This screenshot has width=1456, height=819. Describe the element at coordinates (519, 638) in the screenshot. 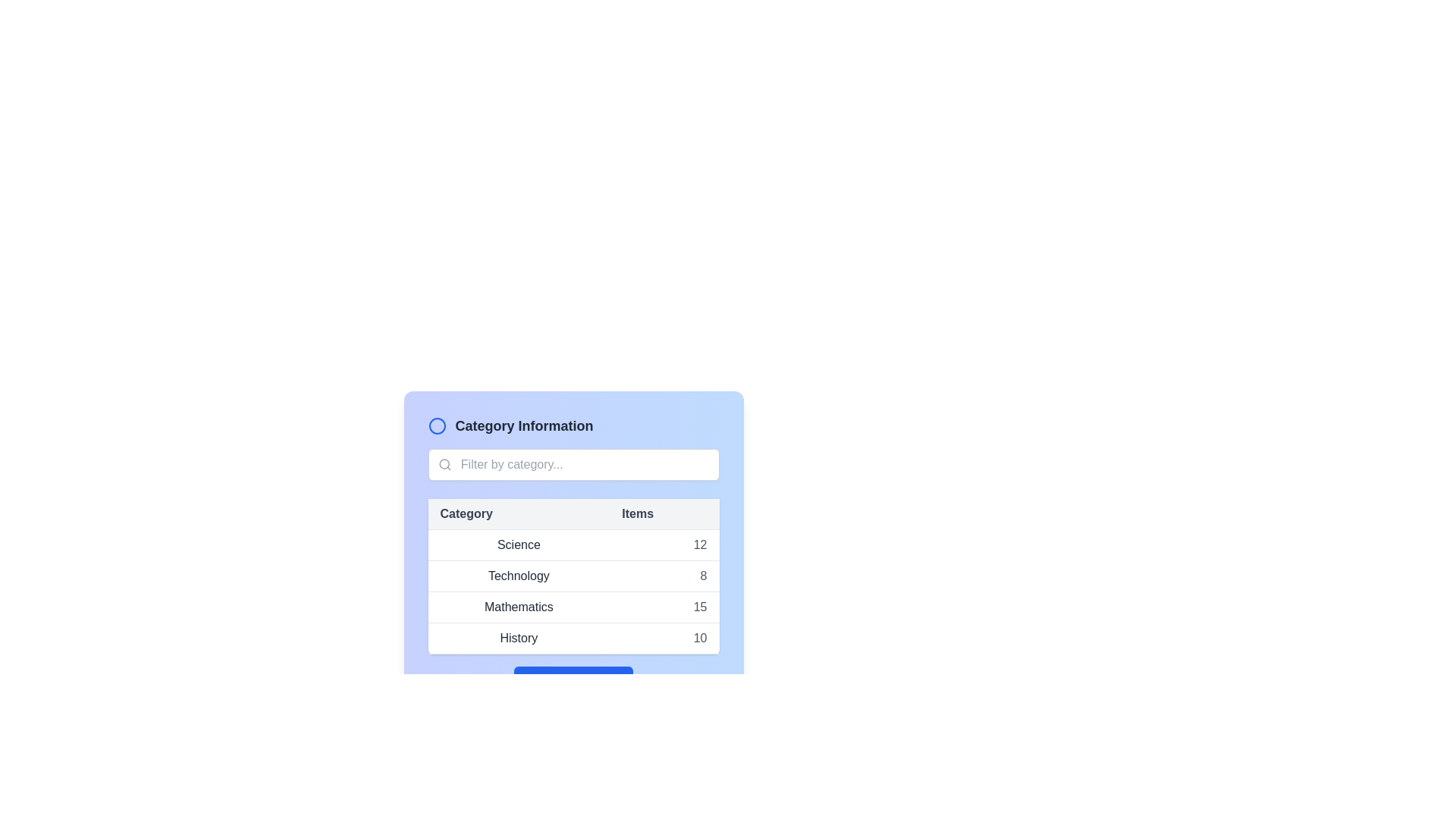

I see `the 'History' text label in the fourth row of the 'Category' column in the table, which displays the category names` at that location.